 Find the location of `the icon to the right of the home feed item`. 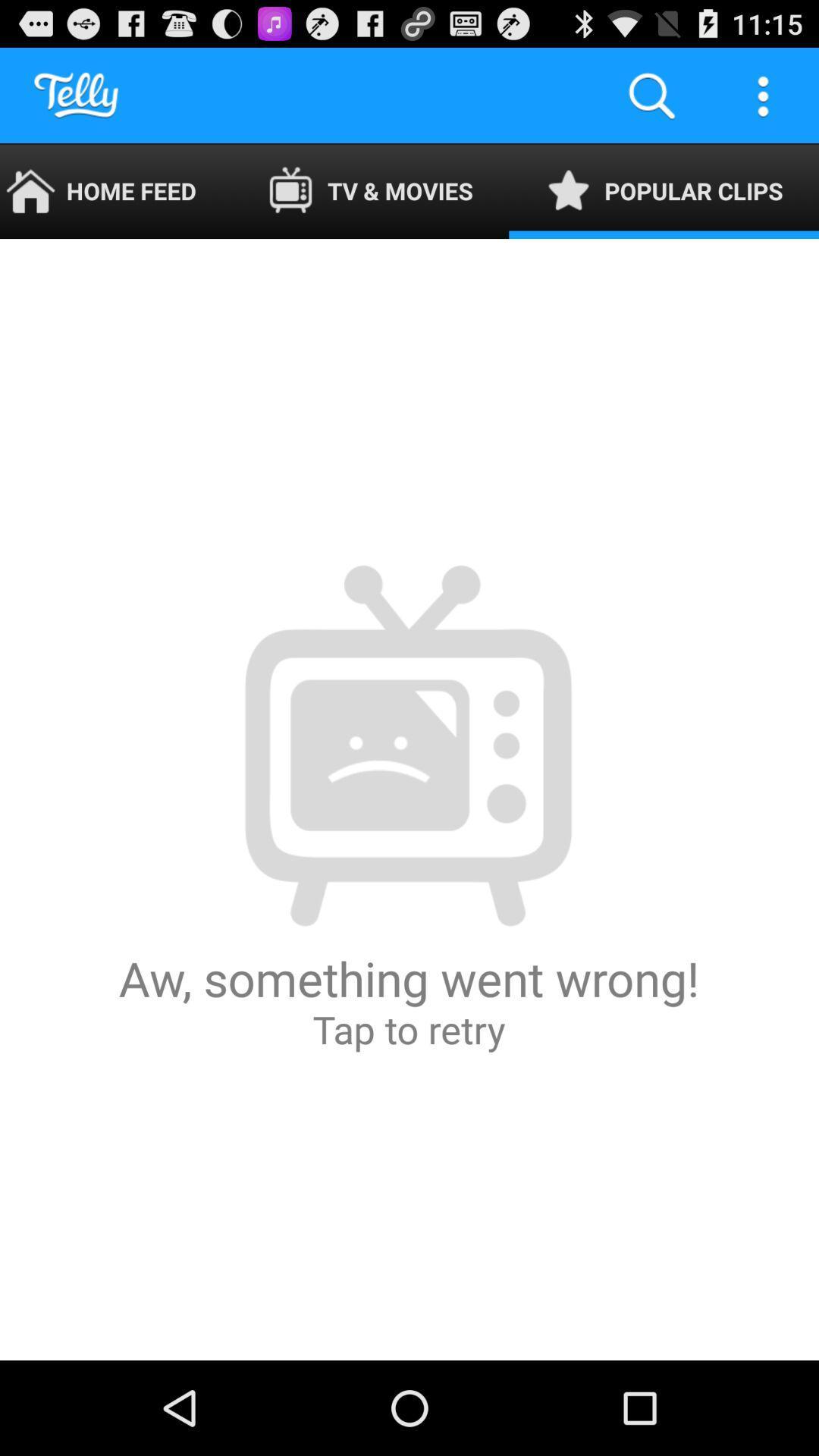

the icon to the right of the home feed item is located at coordinates (370, 190).